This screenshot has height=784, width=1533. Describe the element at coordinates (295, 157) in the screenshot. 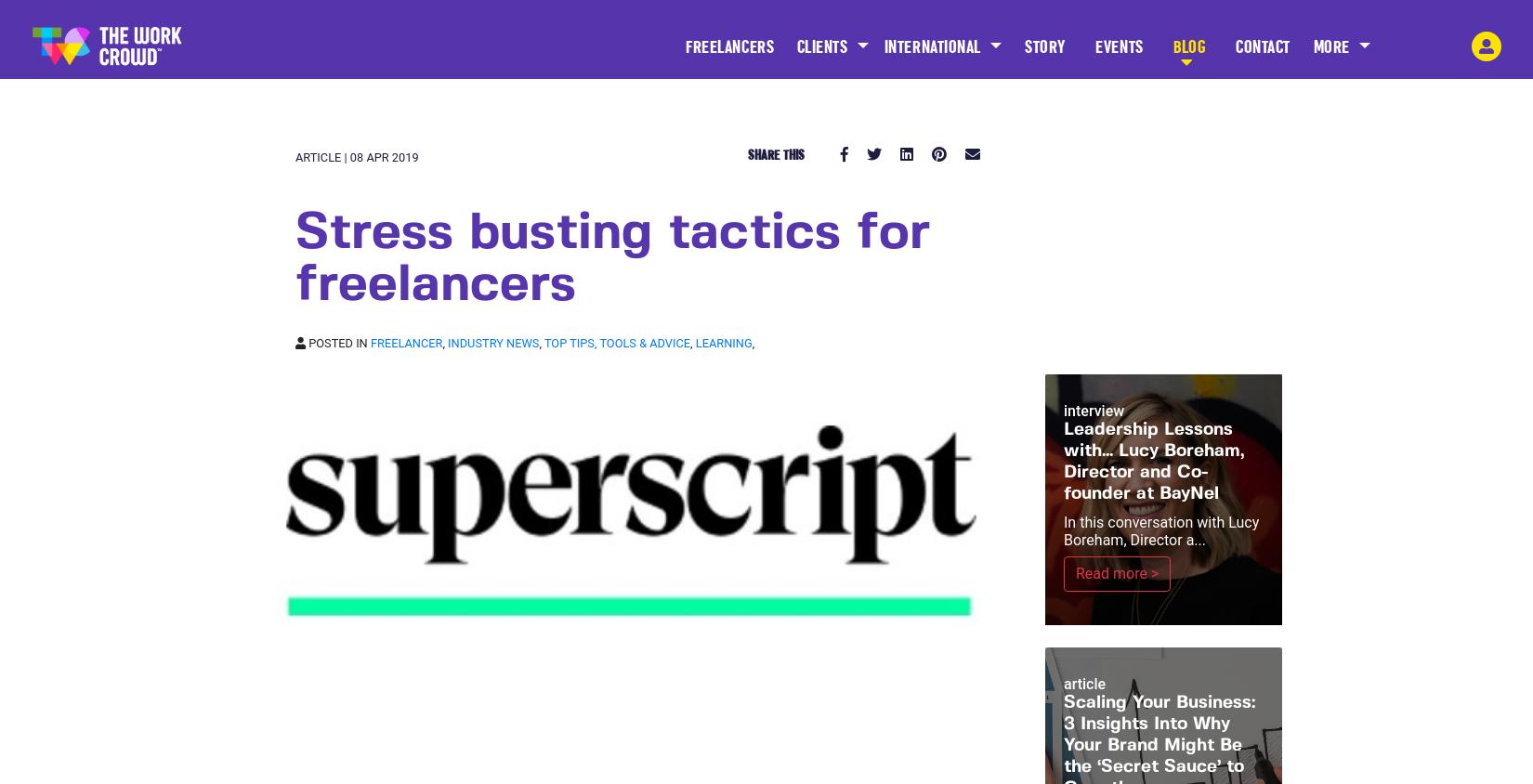

I see `'Article | 08 Apr 2019'` at that location.